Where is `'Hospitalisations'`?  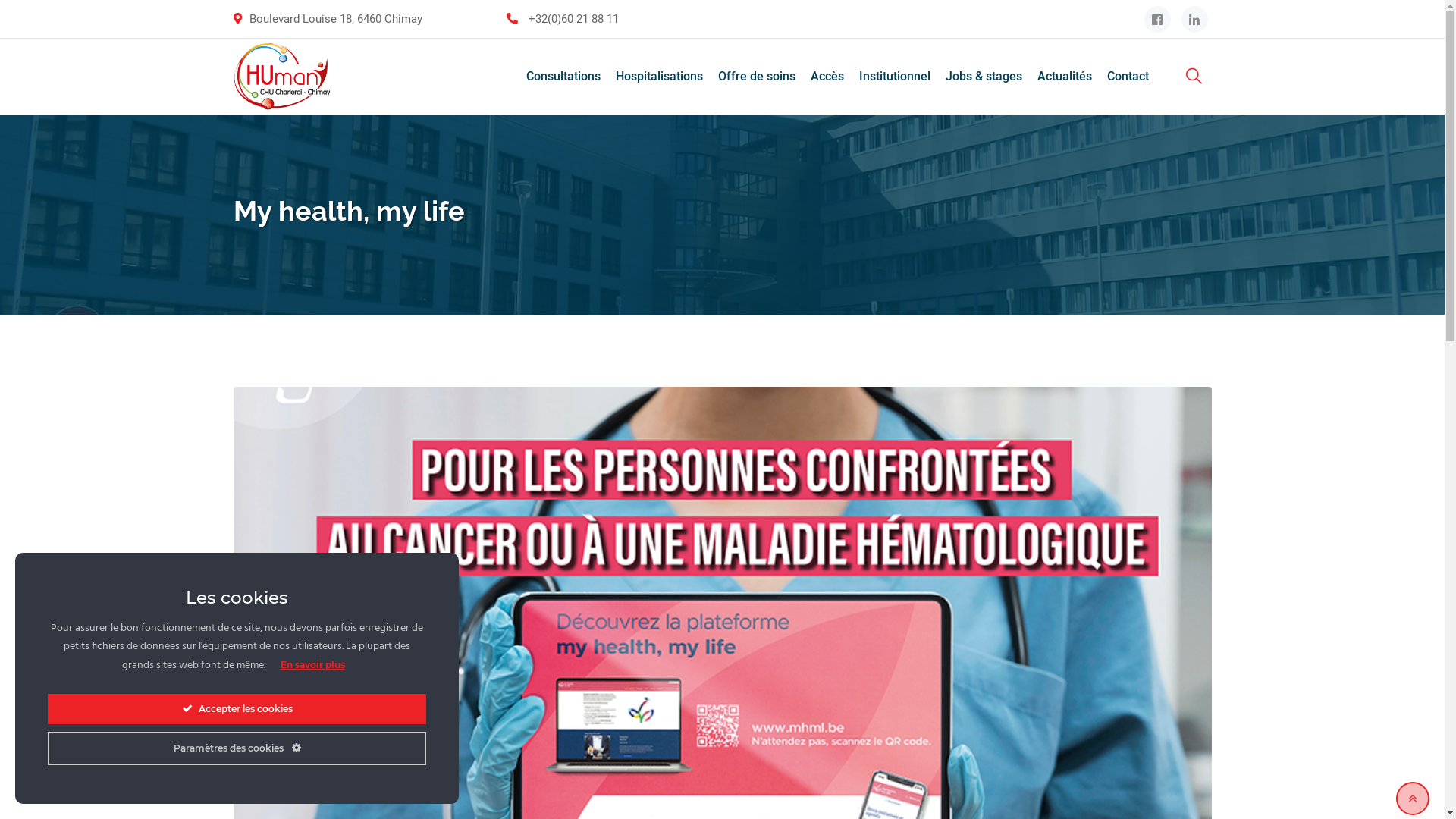
'Hospitalisations' is located at coordinates (659, 76).